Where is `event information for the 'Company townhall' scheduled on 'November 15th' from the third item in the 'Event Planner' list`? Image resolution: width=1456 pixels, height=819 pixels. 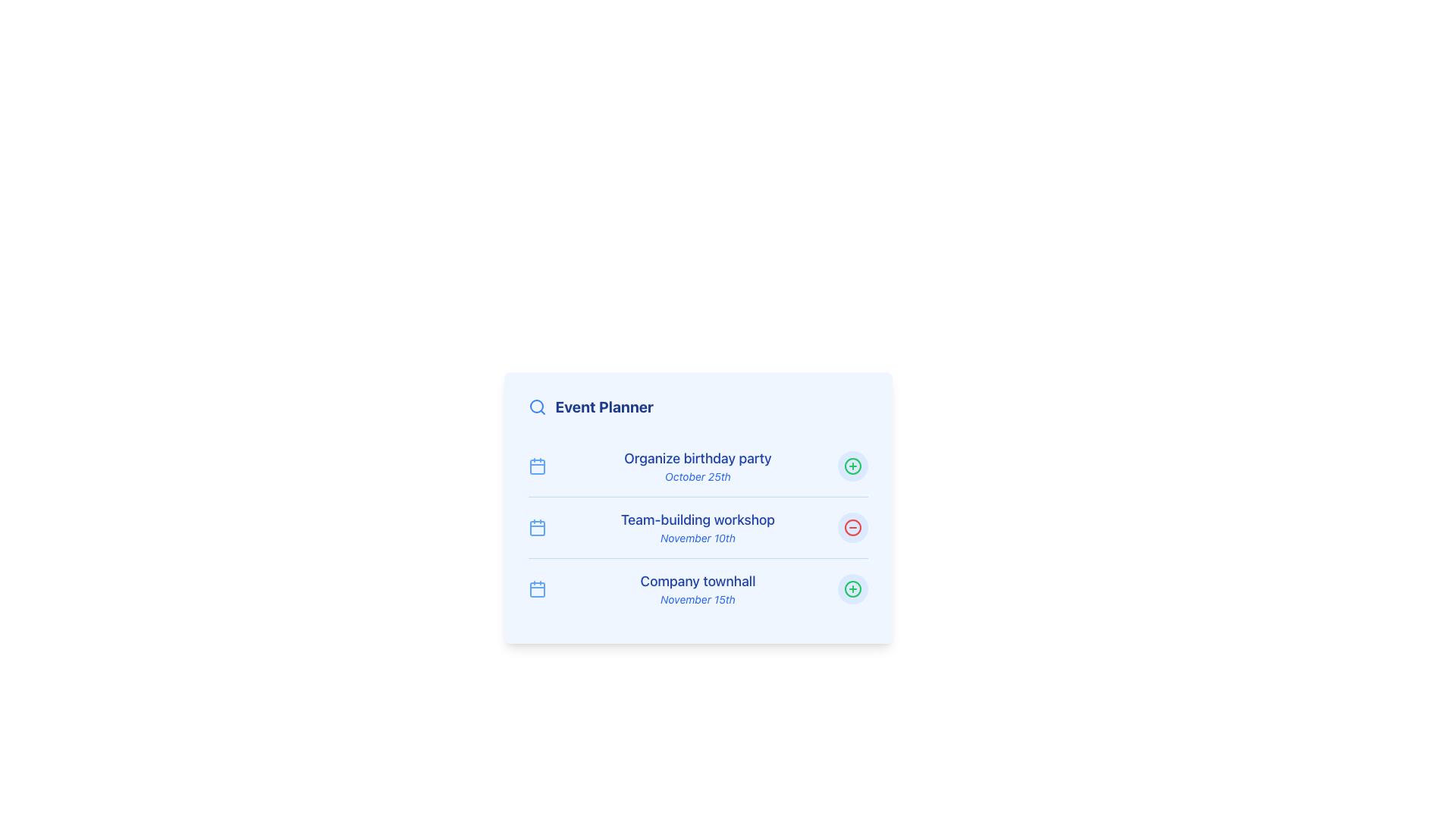
event information for the 'Company townhall' scheduled on 'November 15th' from the third item in the 'Event Planner' list is located at coordinates (697, 588).